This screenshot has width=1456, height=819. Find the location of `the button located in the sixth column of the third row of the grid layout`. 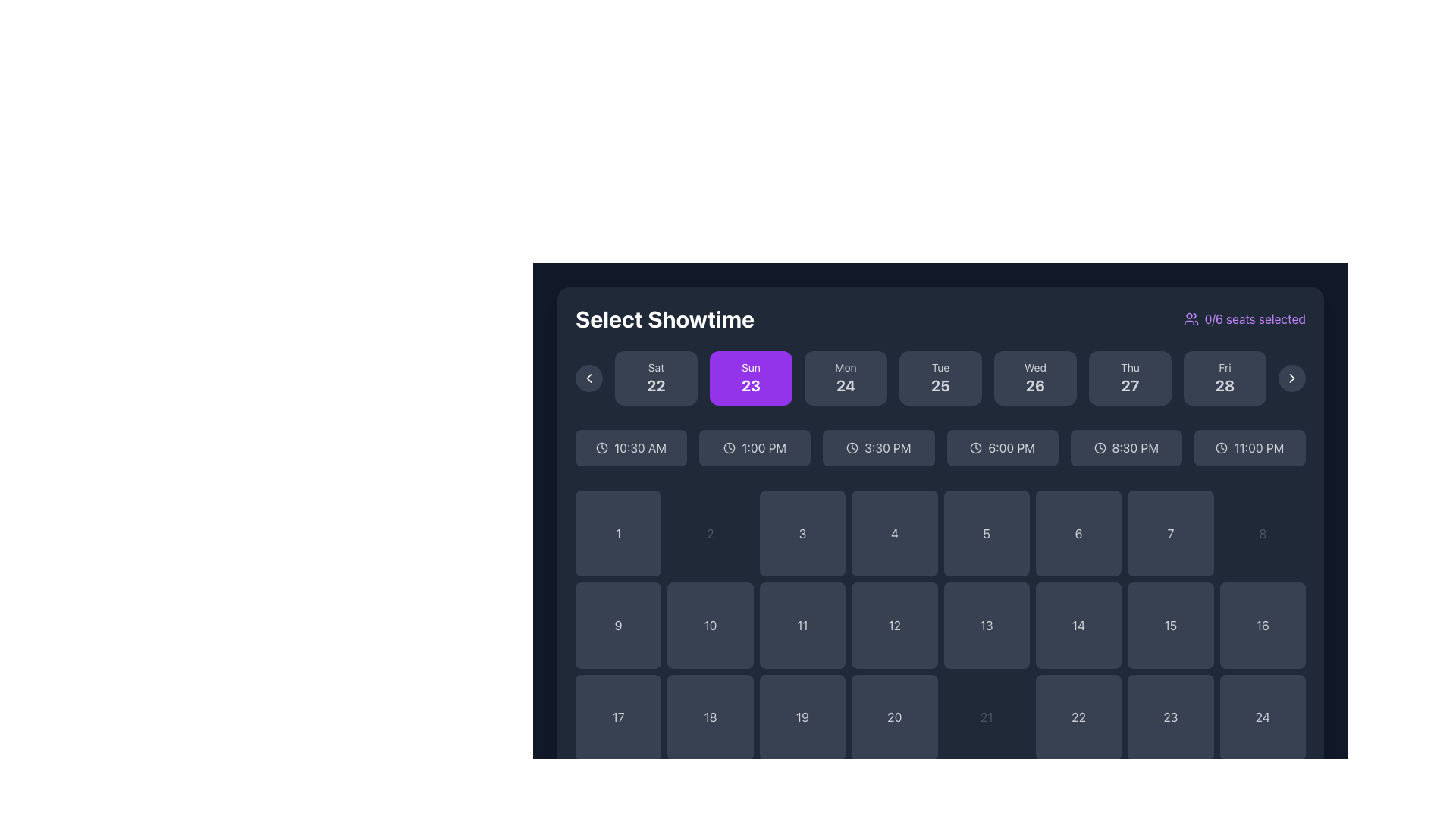

the button located in the sixth column of the third row of the grid layout is located at coordinates (987, 717).